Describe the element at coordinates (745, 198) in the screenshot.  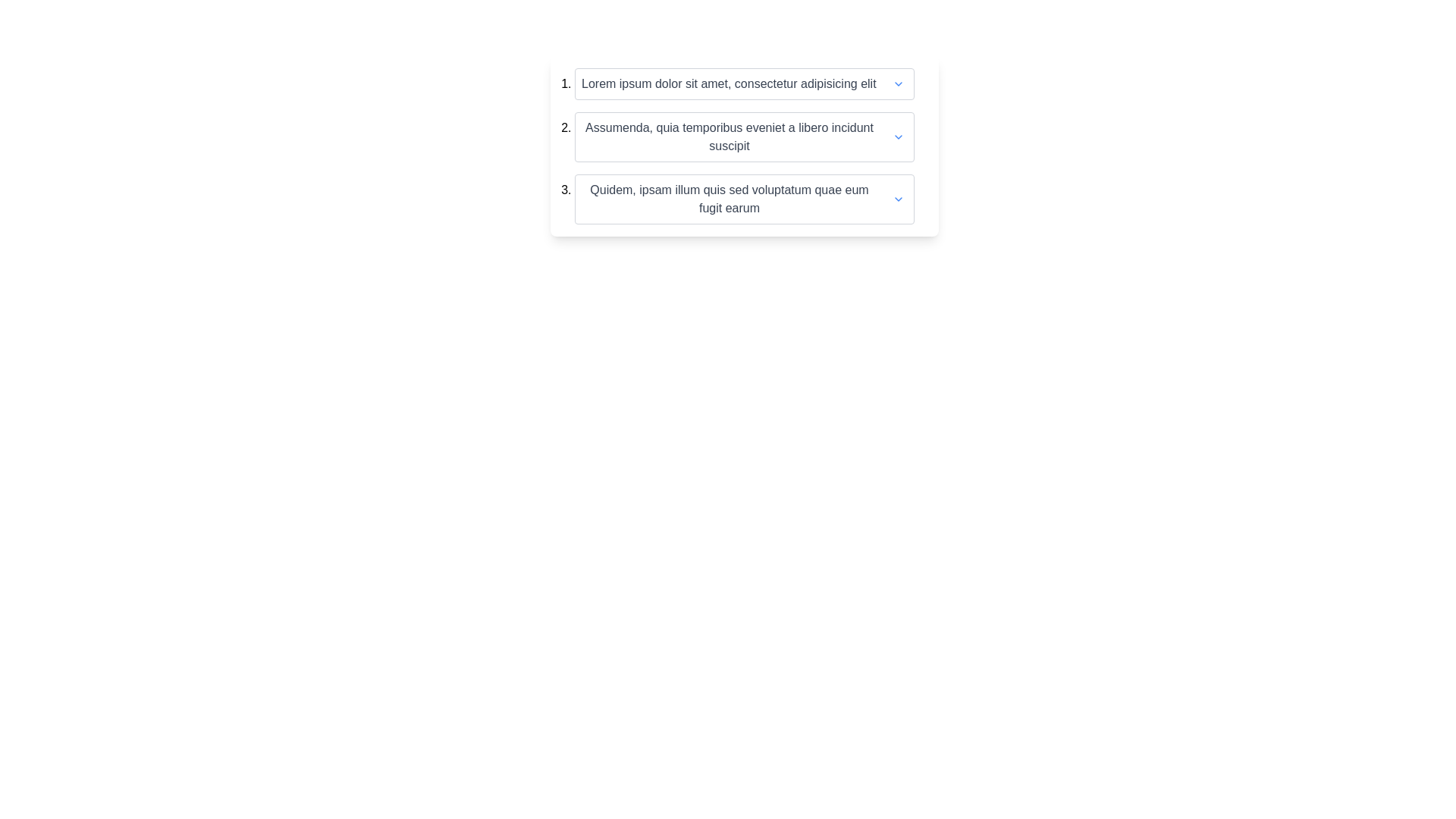
I see `the chevron icon on the third item in the enumerated list` at that location.